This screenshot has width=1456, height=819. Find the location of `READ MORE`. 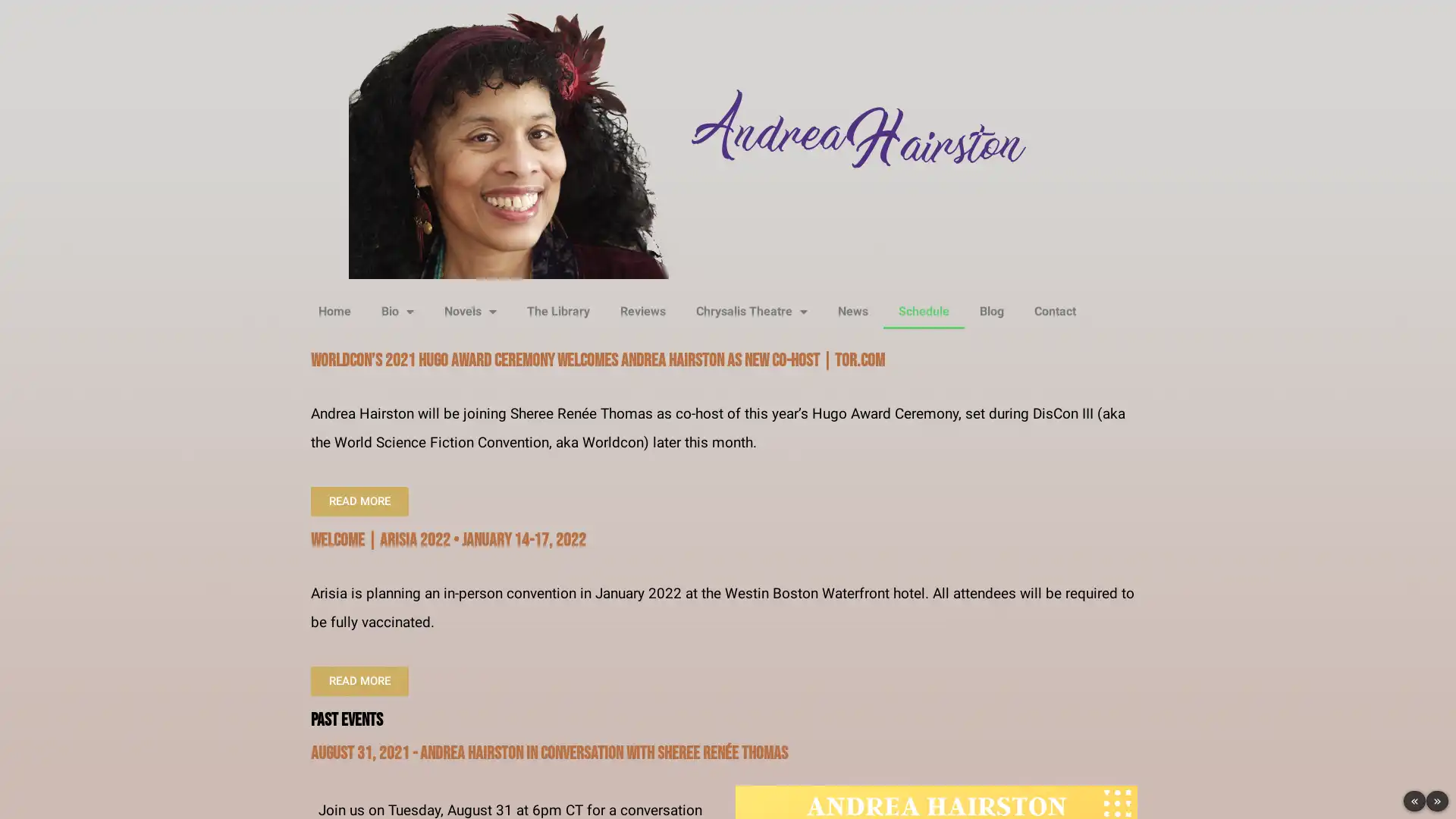

READ MORE is located at coordinates (359, 501).